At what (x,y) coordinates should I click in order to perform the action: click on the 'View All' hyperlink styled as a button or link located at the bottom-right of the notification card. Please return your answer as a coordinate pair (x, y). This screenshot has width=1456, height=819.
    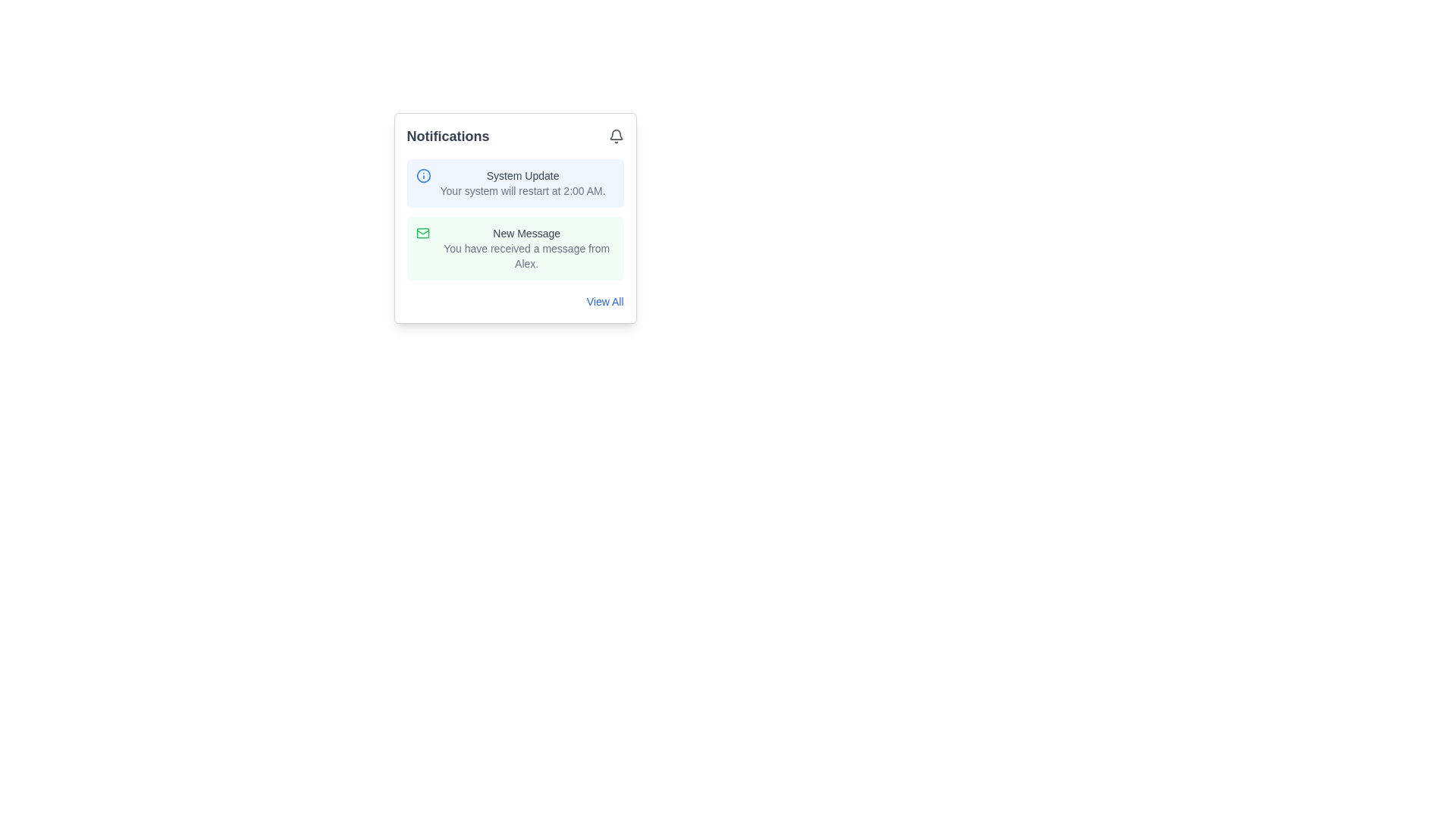
    Looking at the image, I should click on (515, 301).